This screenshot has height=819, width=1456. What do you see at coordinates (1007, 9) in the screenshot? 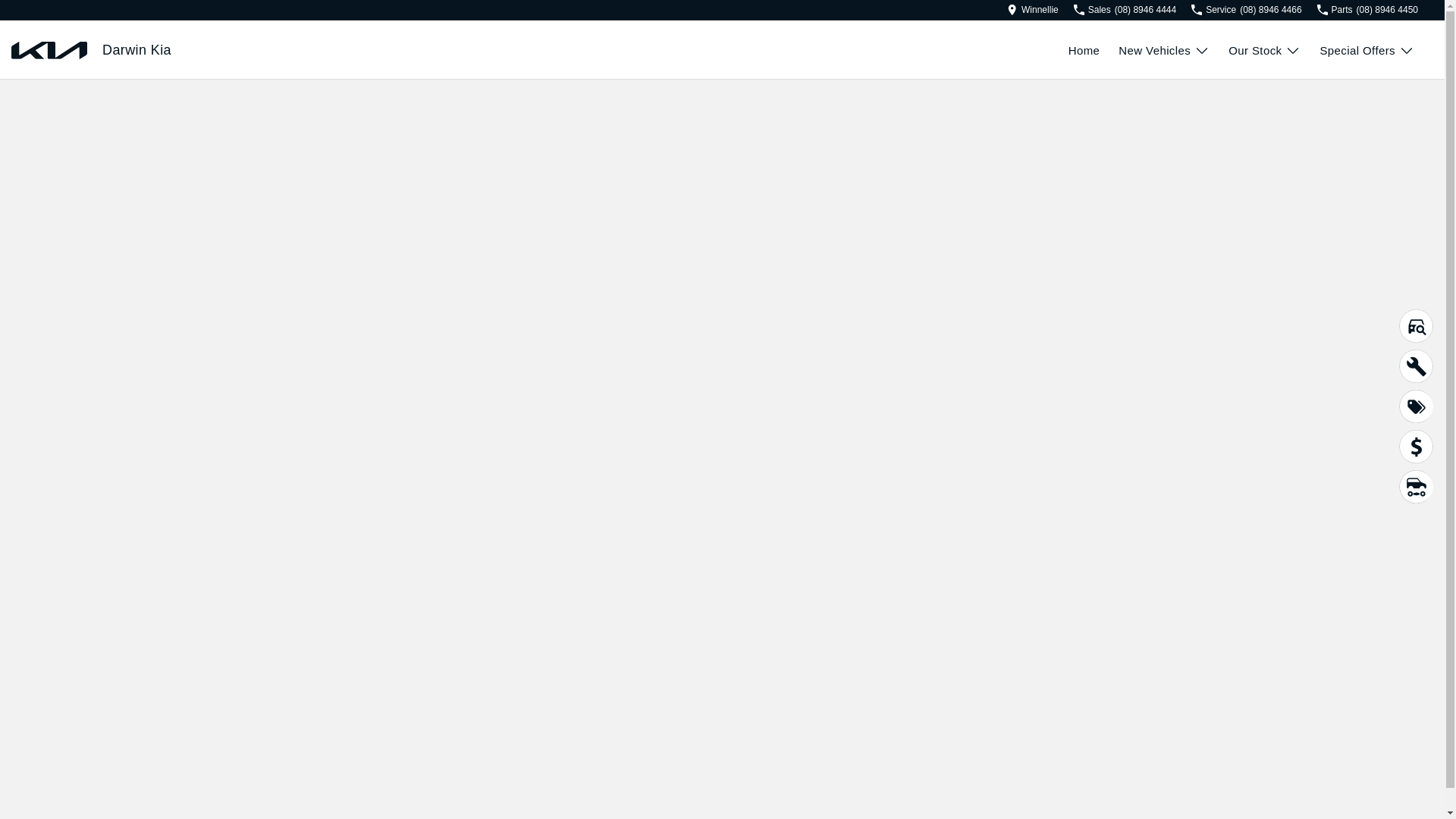
I see `'Winnellie'` at bounding box center [1007, 9].